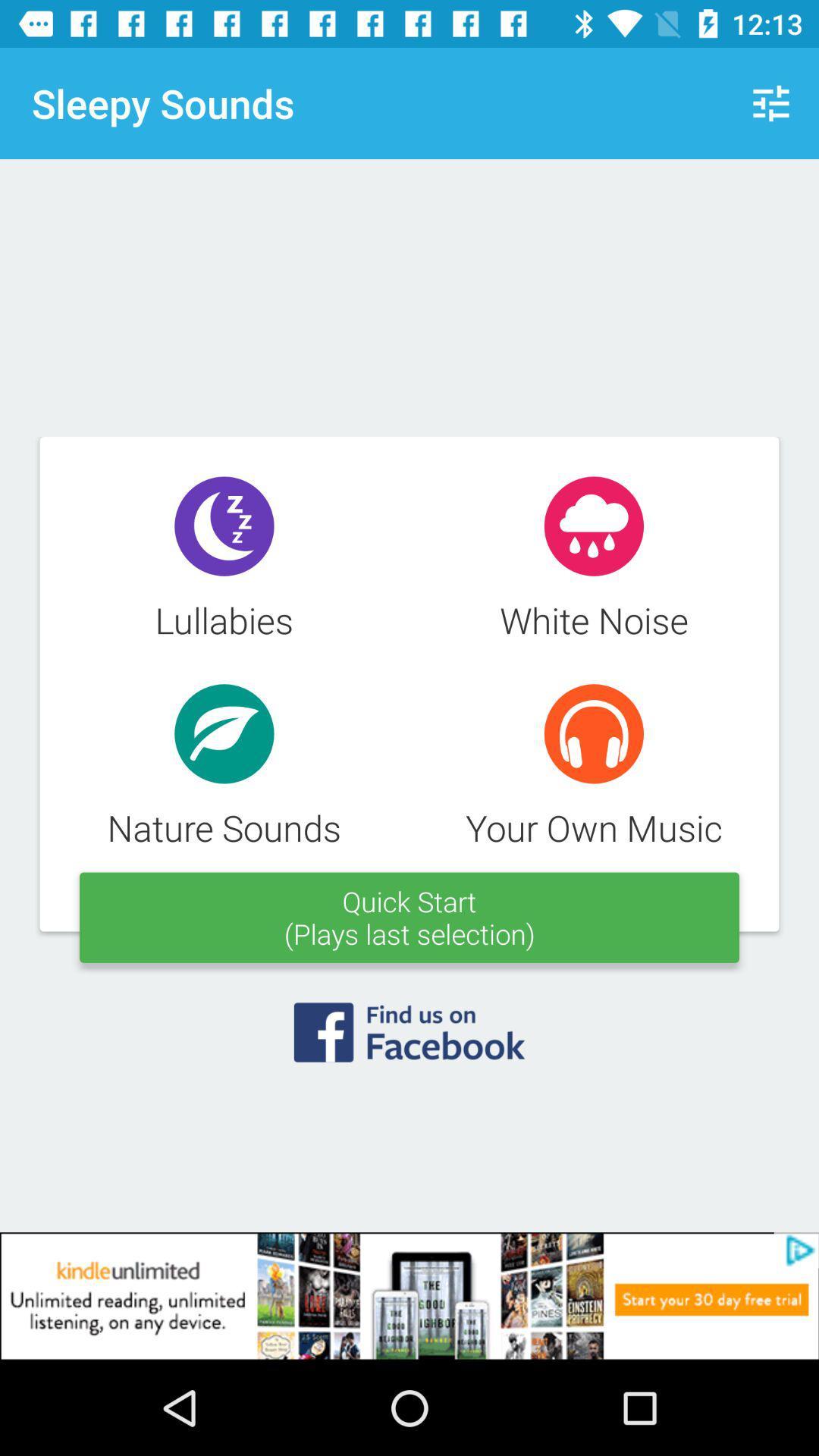  I want to click on the icon which is above white noise, so click(593, 526).